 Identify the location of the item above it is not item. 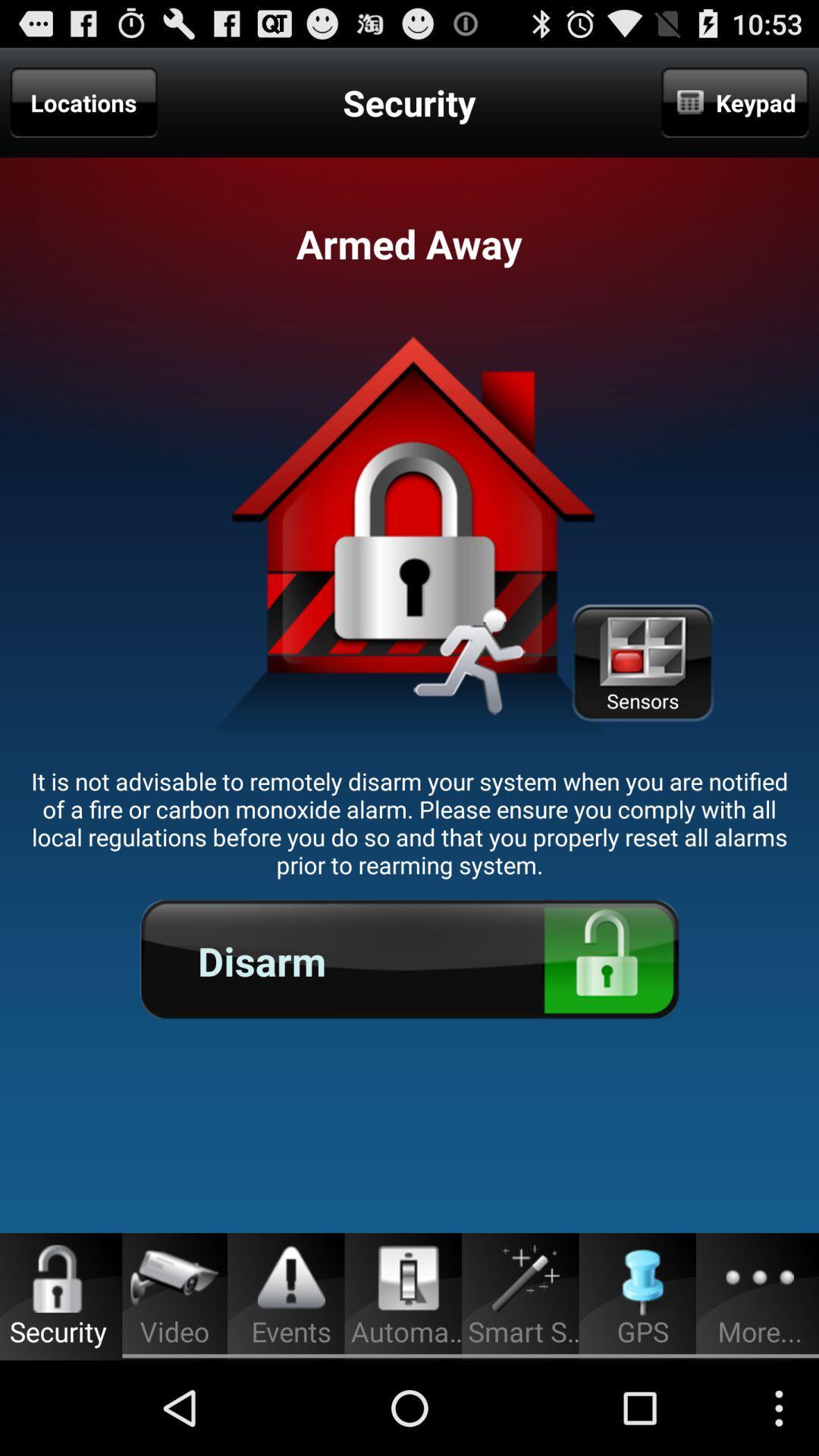
(642, 663).